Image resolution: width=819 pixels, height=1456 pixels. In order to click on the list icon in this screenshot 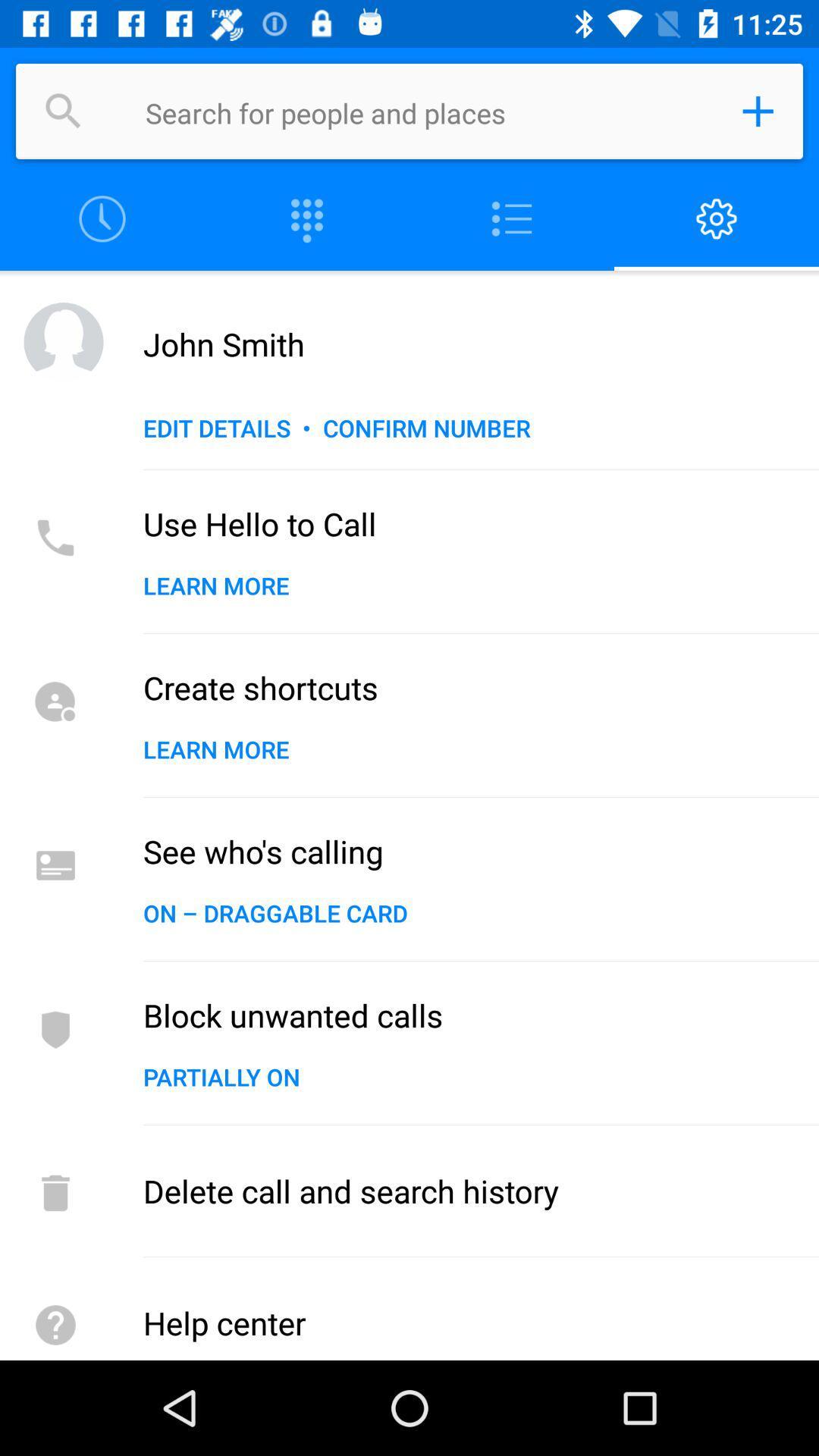, I will do `click(512, 218)`.